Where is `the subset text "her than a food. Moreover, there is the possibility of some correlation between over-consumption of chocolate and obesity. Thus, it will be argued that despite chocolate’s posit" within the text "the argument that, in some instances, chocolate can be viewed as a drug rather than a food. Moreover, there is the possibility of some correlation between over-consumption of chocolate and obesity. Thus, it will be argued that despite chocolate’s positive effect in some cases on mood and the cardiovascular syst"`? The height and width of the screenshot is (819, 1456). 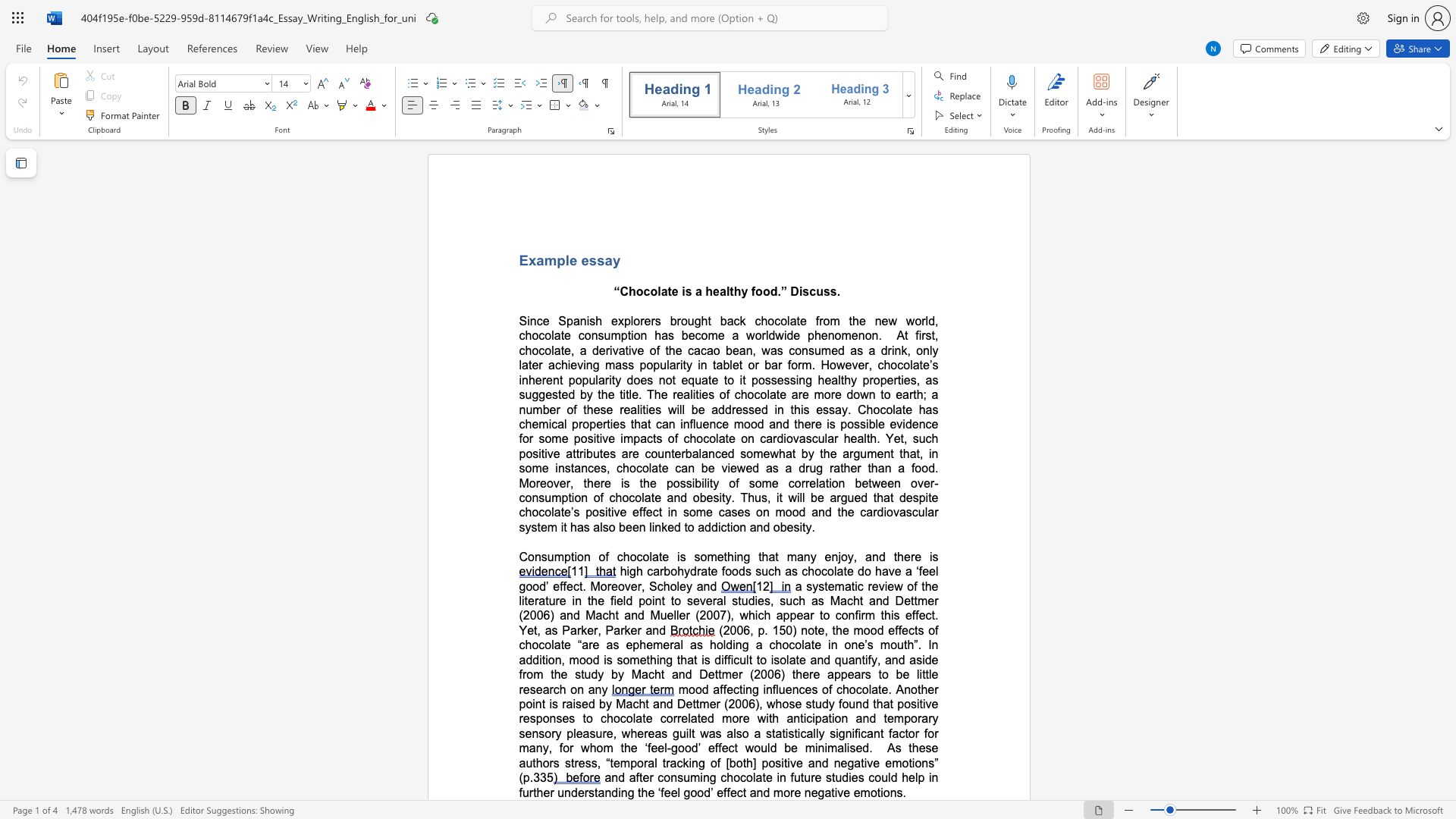 the subset text "her than a food. Moreover, there is the possibility of some correlation between over-consumption of chocolate and obesity. Thus, it will be argued that despite chocolate’s posit" within the text "the argument that, in some instances, chocolate can be viewed as a drug rather than a food. Moreover, there is the possibility of some correlation between over-consumption of chocolate and obesity. Thus, it will be argued that despite chocolate’s positive effect in some cases on mood and the cardiovascular syst" is located at coordinates (843, 467).